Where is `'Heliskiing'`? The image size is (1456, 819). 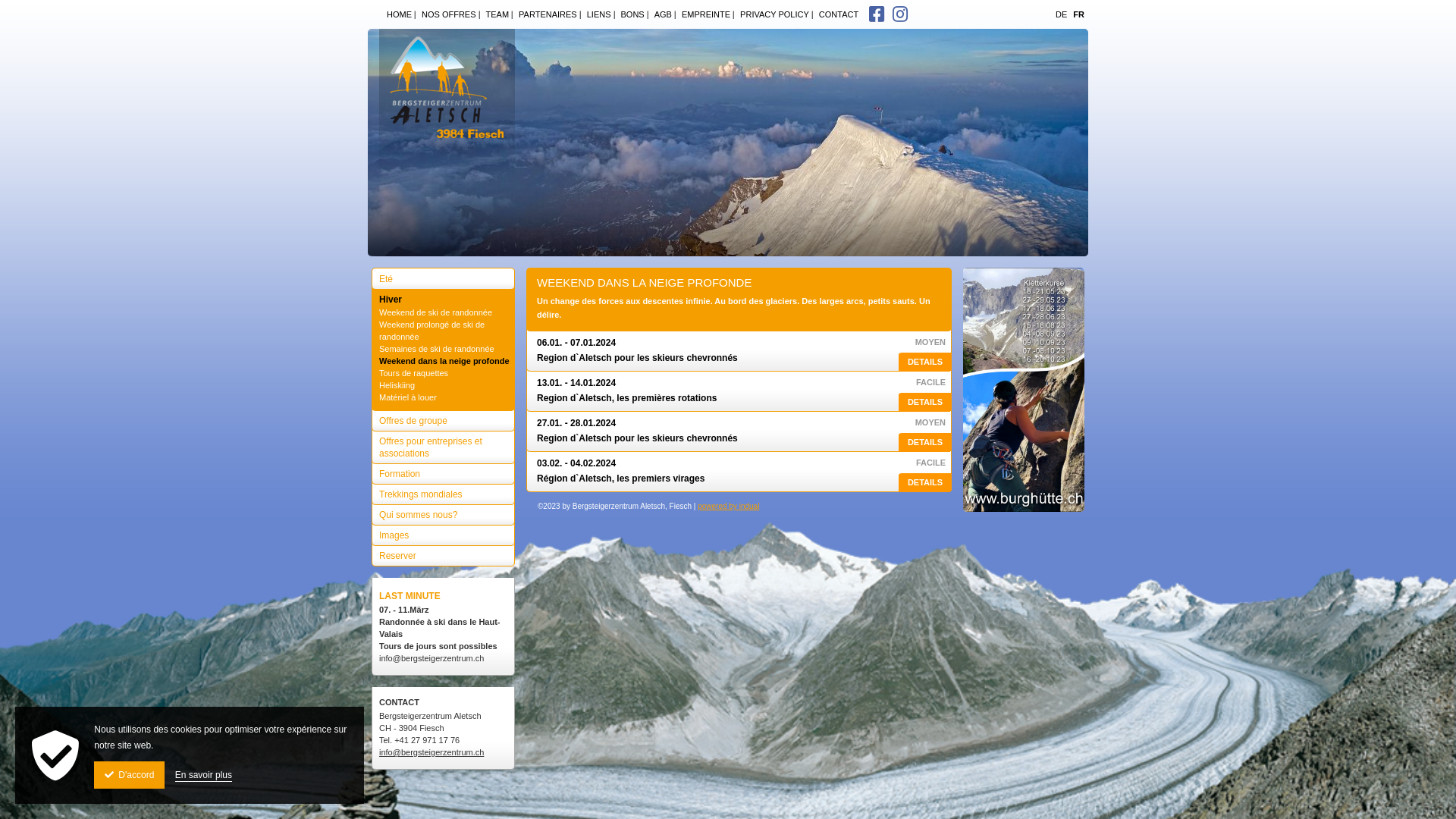
'Heliskiing' is located at coordinates (444, 384).